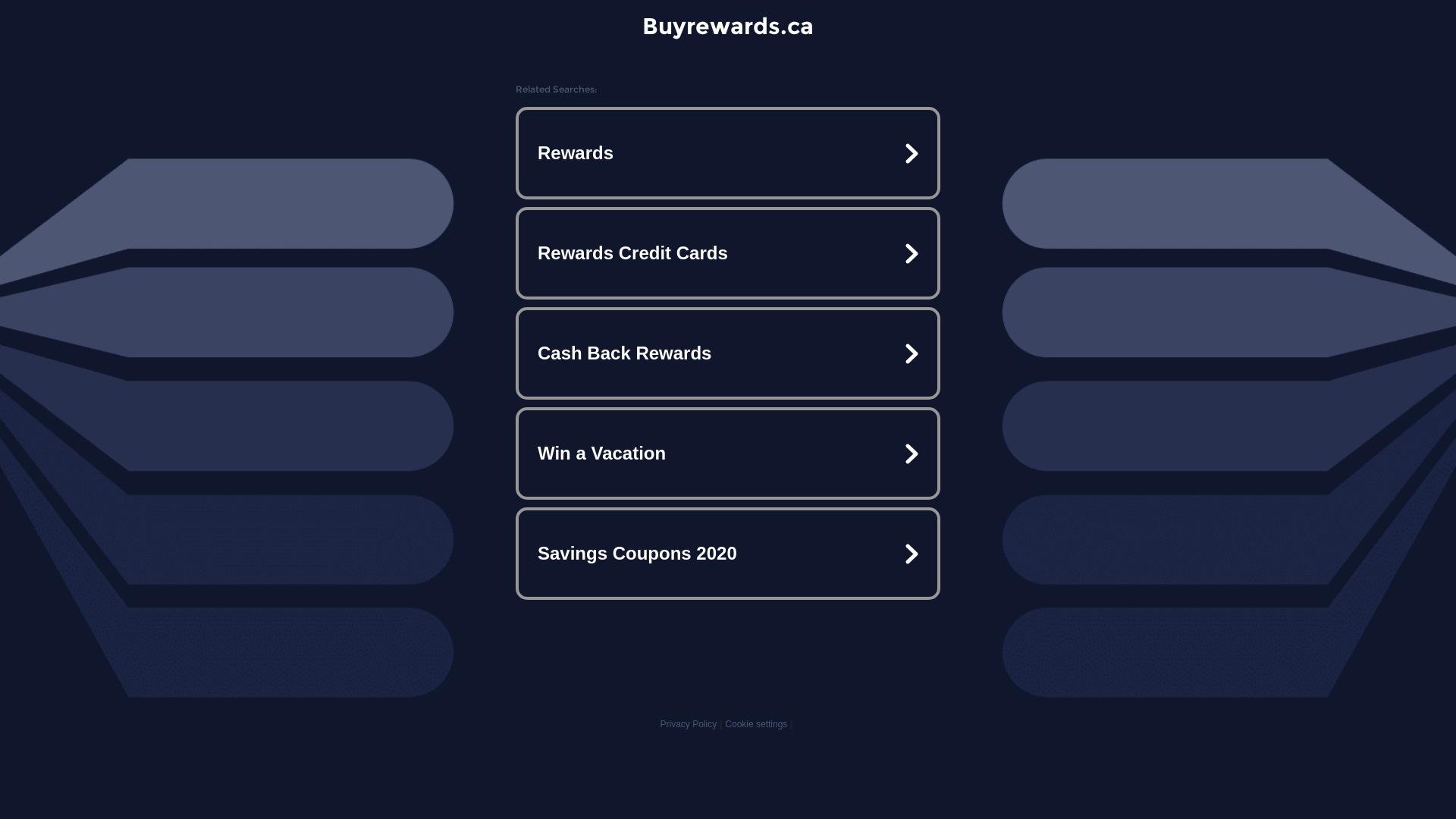 The width and height of the screenshot is (1456, 819). Describe the element at coordinates (728, 353) in the screenshot. I see `'Cash Back Rewards'` at that location.